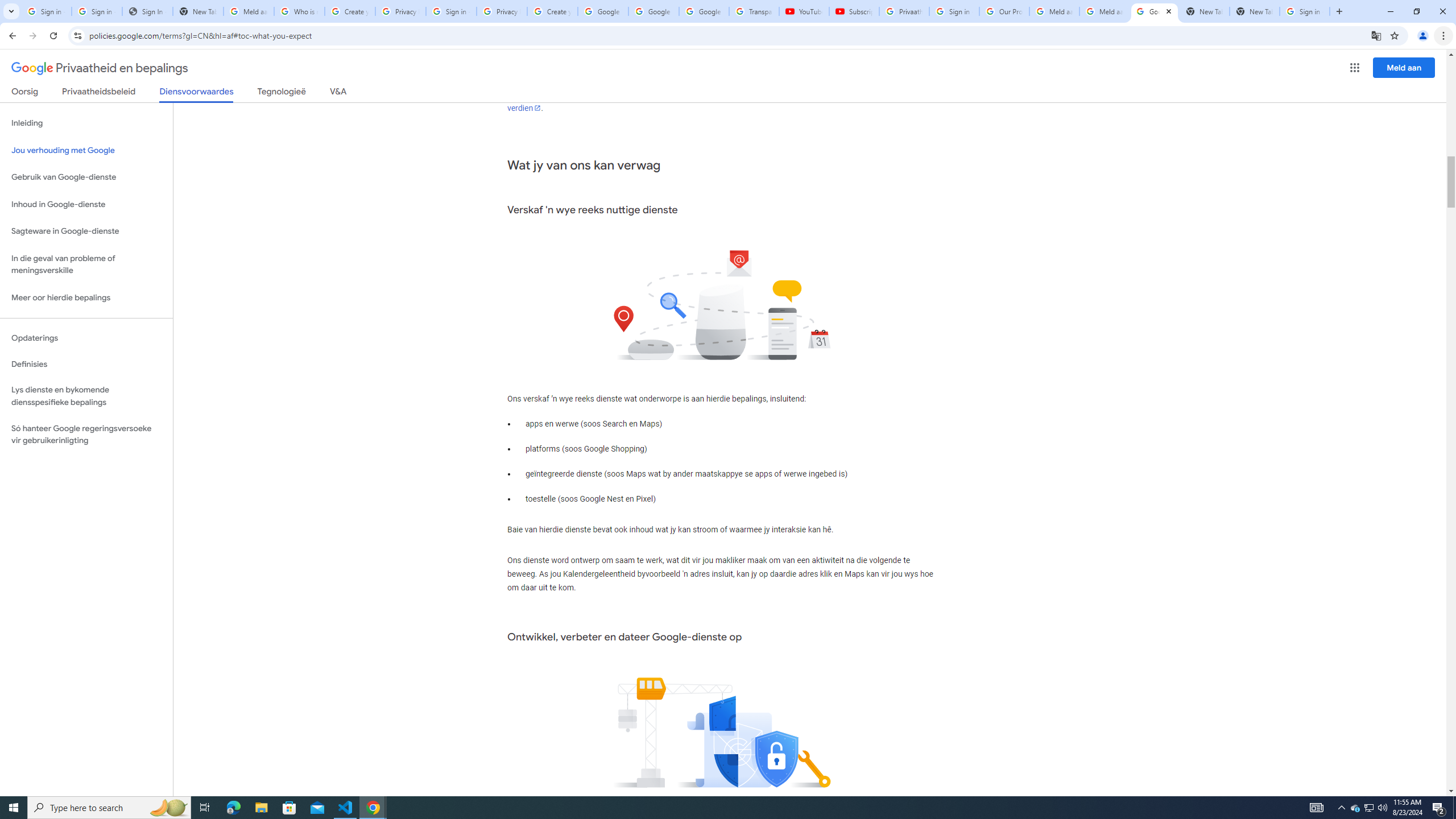  What do you see at coordinates (86, 396) in the screenshot?
I see `'Lys dienste en bykomende diensspesifieke bepalings'` at bounding box center [86, 396].